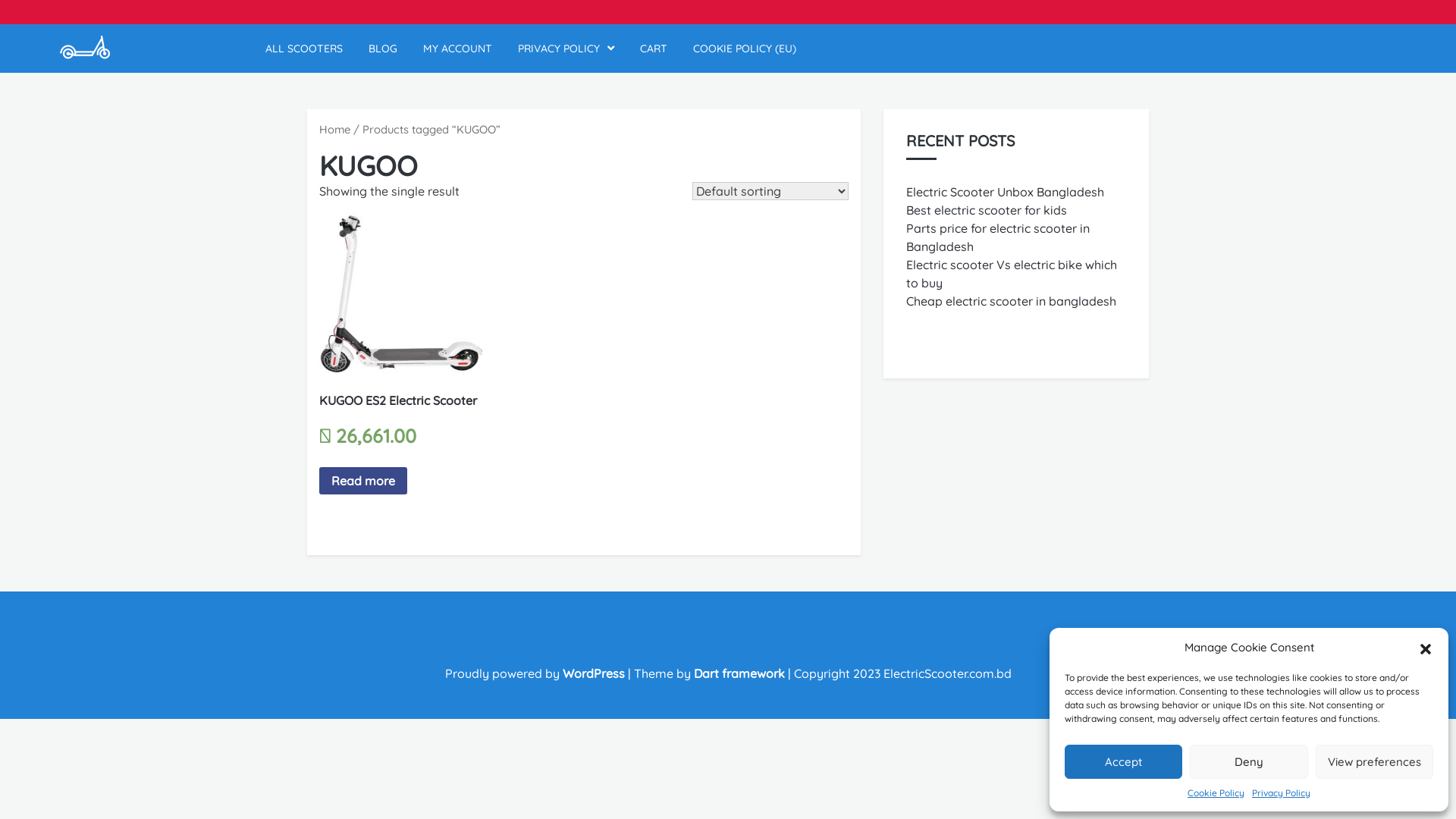  Describe the element at coordinates (906, 210) in the screenshot. I see `'Best electric scooter for kids'` at that location.